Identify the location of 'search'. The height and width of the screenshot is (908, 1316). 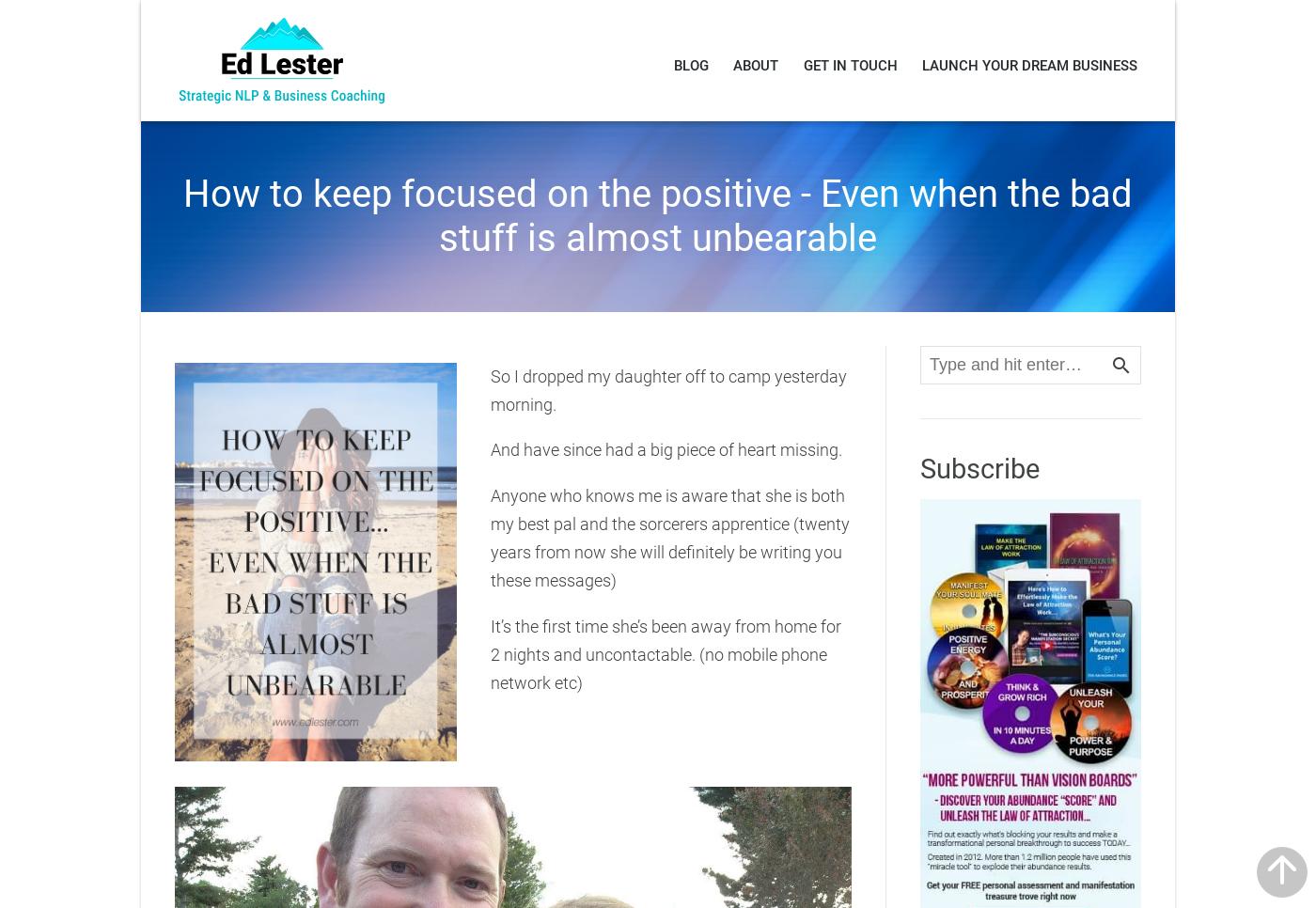
(1120, 365).